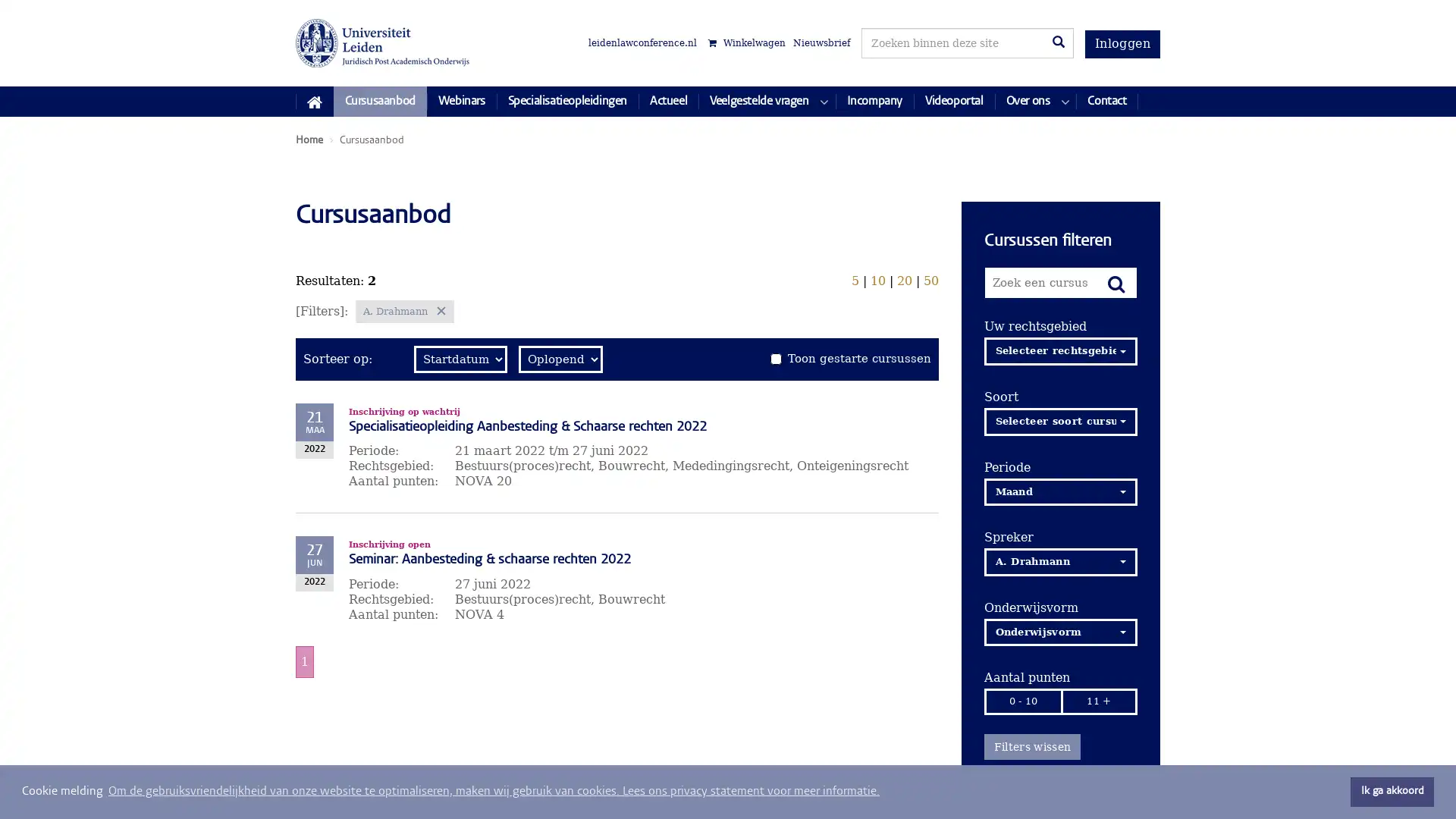  What do you see at coordinates (1059, 491) in the screenshot?
I see `Maand` at bounding box center [1059, 491].